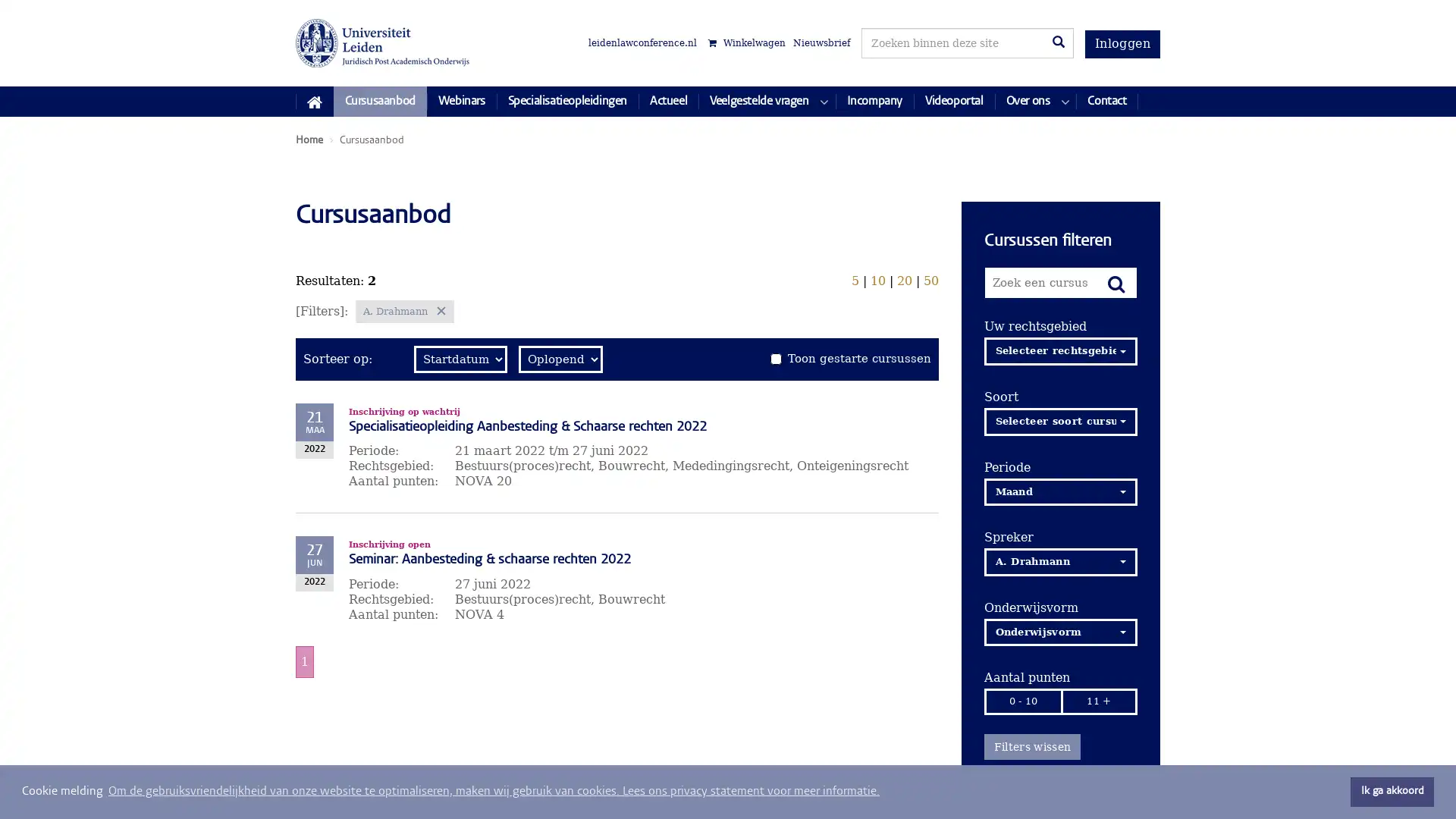  What do you see at coordinates (1059, 491) in the screenshot?
I see `Maand` at bounding box center [1059, 491].